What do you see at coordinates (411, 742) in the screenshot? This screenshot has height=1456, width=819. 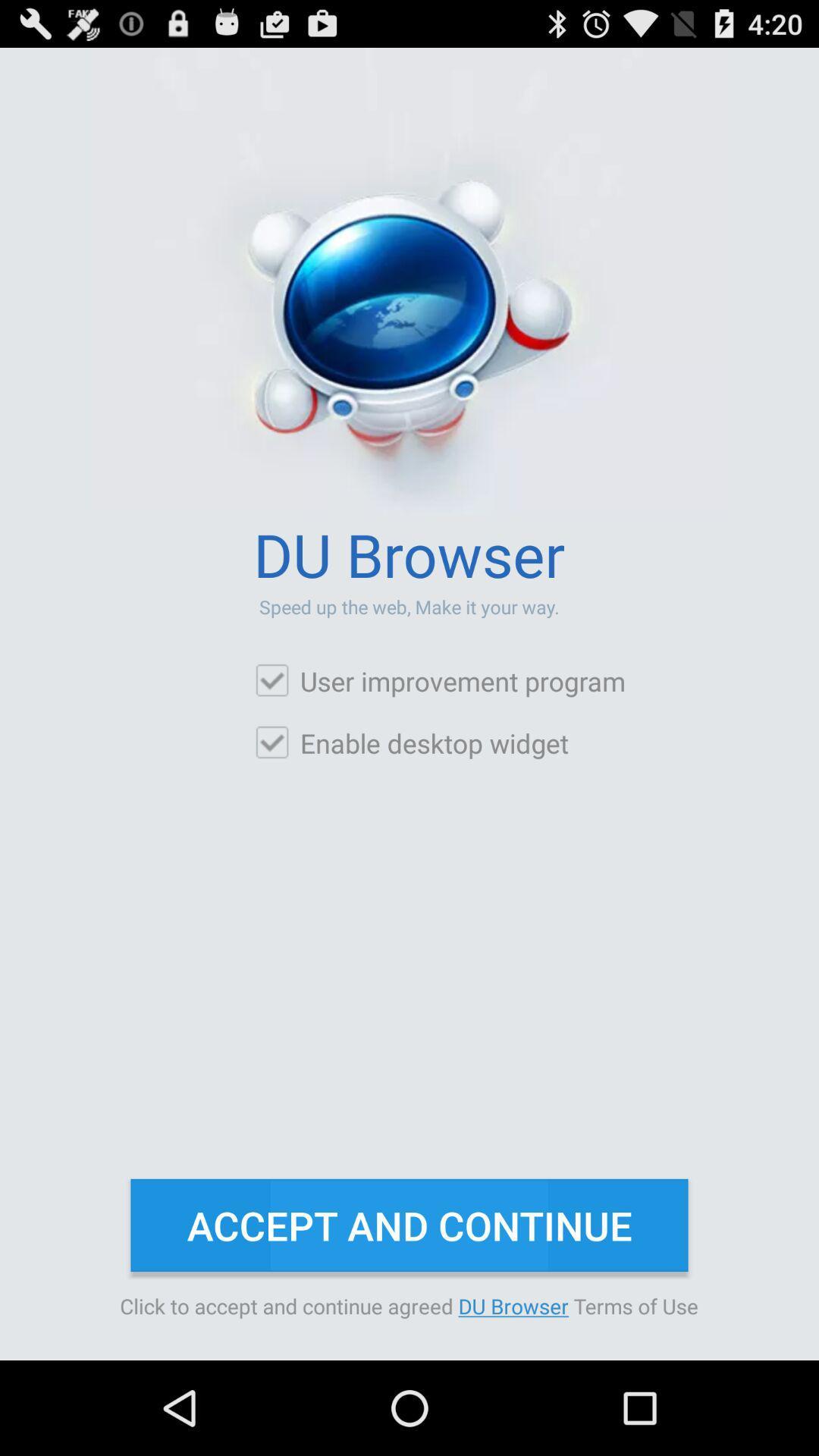 I see `enable desktop widget checkbox` at bounding box center [411, 742].